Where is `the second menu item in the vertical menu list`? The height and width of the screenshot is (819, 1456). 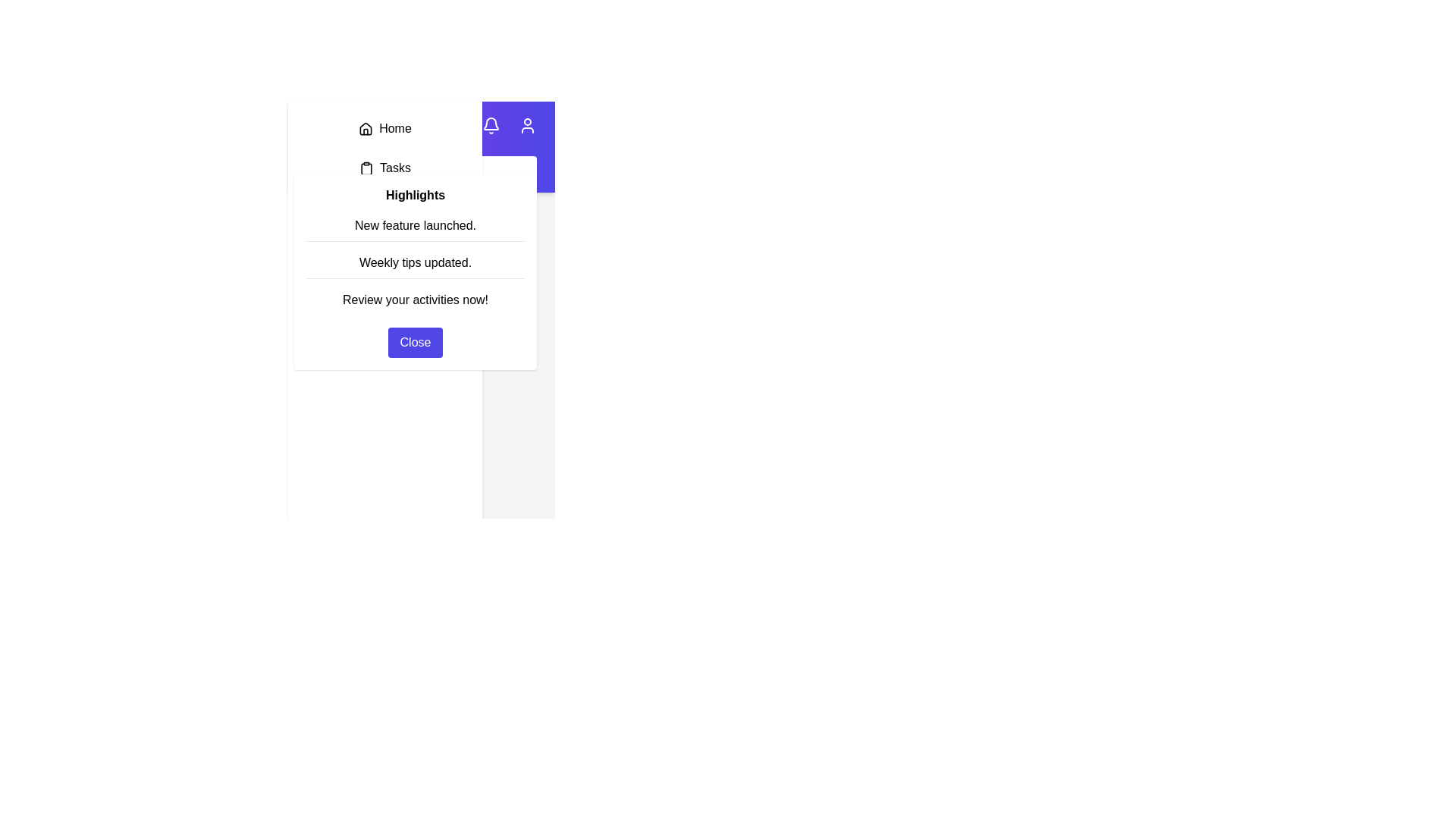 the second menu item in the vertical menu list is located at coordinates (385, 168).